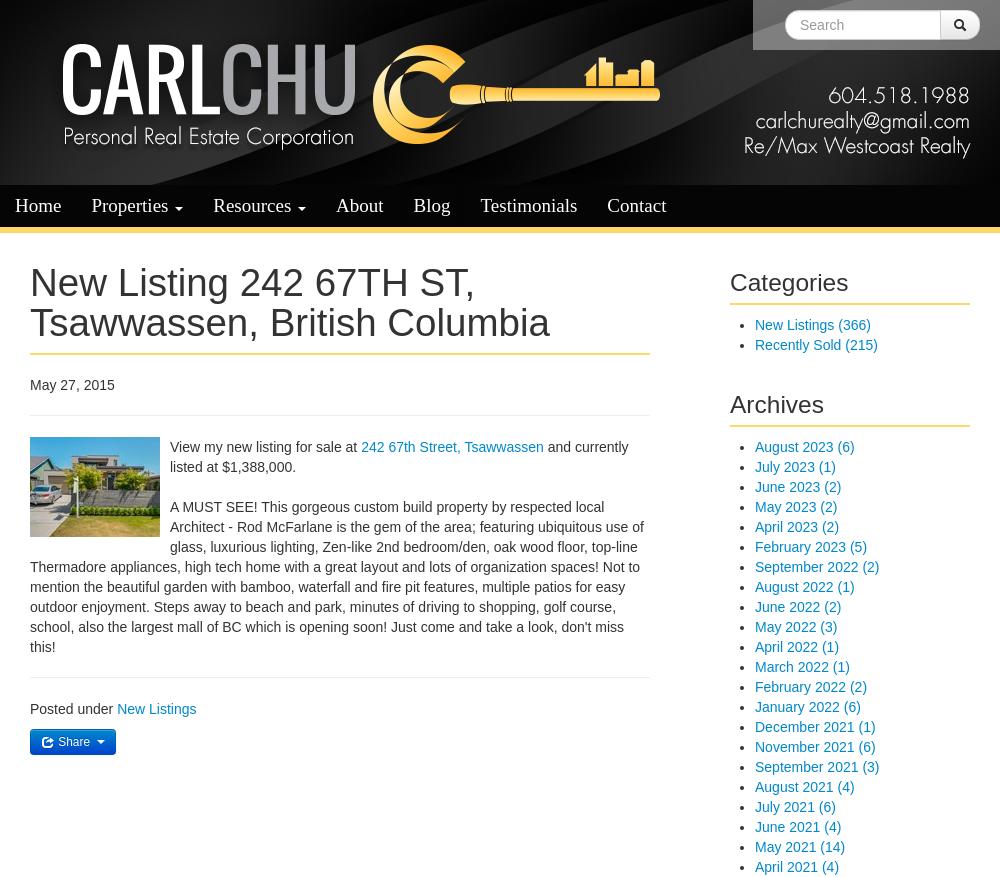 This screenshot has width=1000, height=877. What do you see at coordinates (55, 742) in the screenshot?
I see `'Share'` at bounding box center [55, 742].